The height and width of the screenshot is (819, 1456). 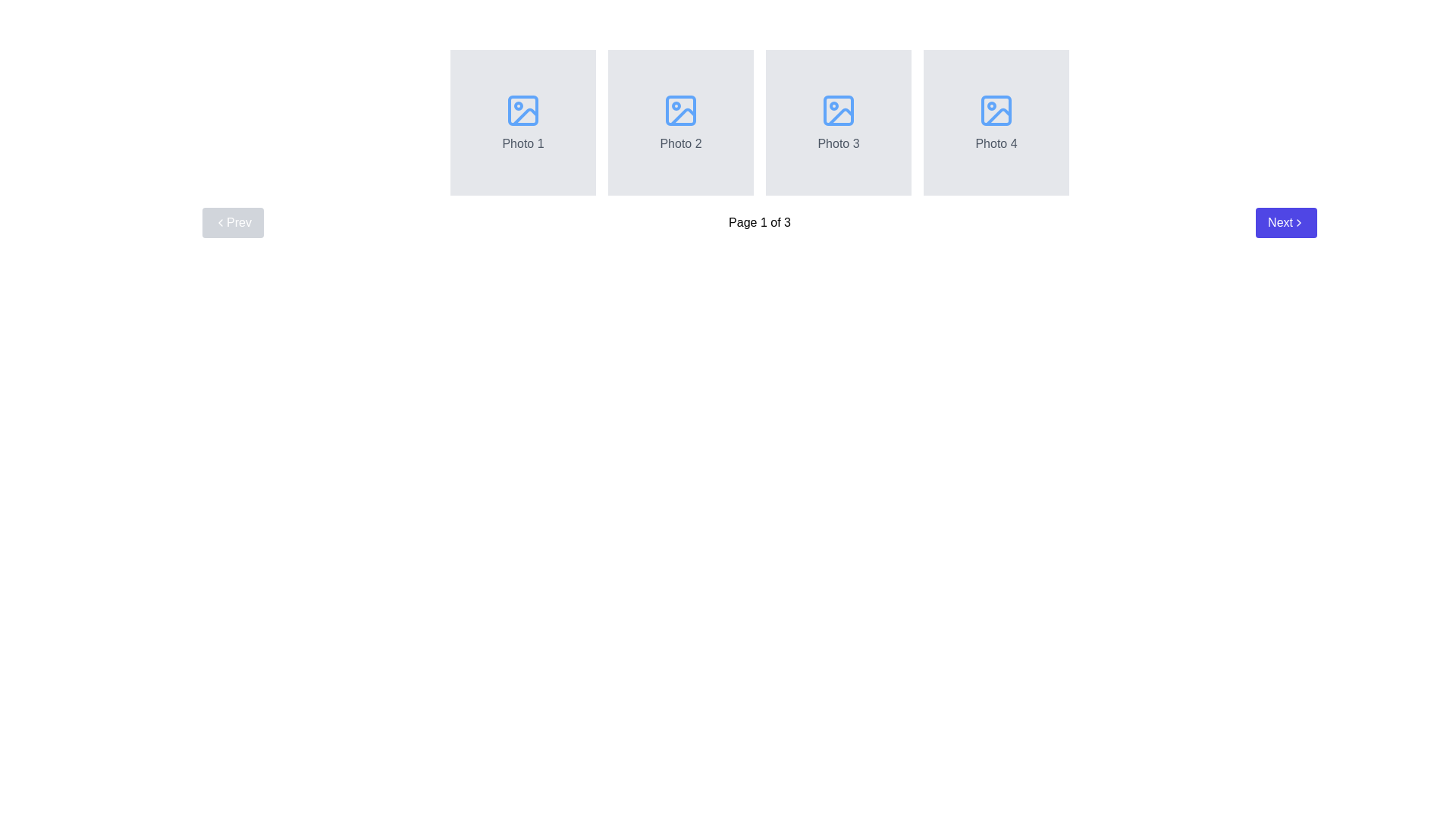 What do you see at coordinates (523, 110) in the screenshot?
I see `the blue image icon located inside the first gray square, which has the label 'Photo 1' at its bottom` at bounding box center [523, 110].